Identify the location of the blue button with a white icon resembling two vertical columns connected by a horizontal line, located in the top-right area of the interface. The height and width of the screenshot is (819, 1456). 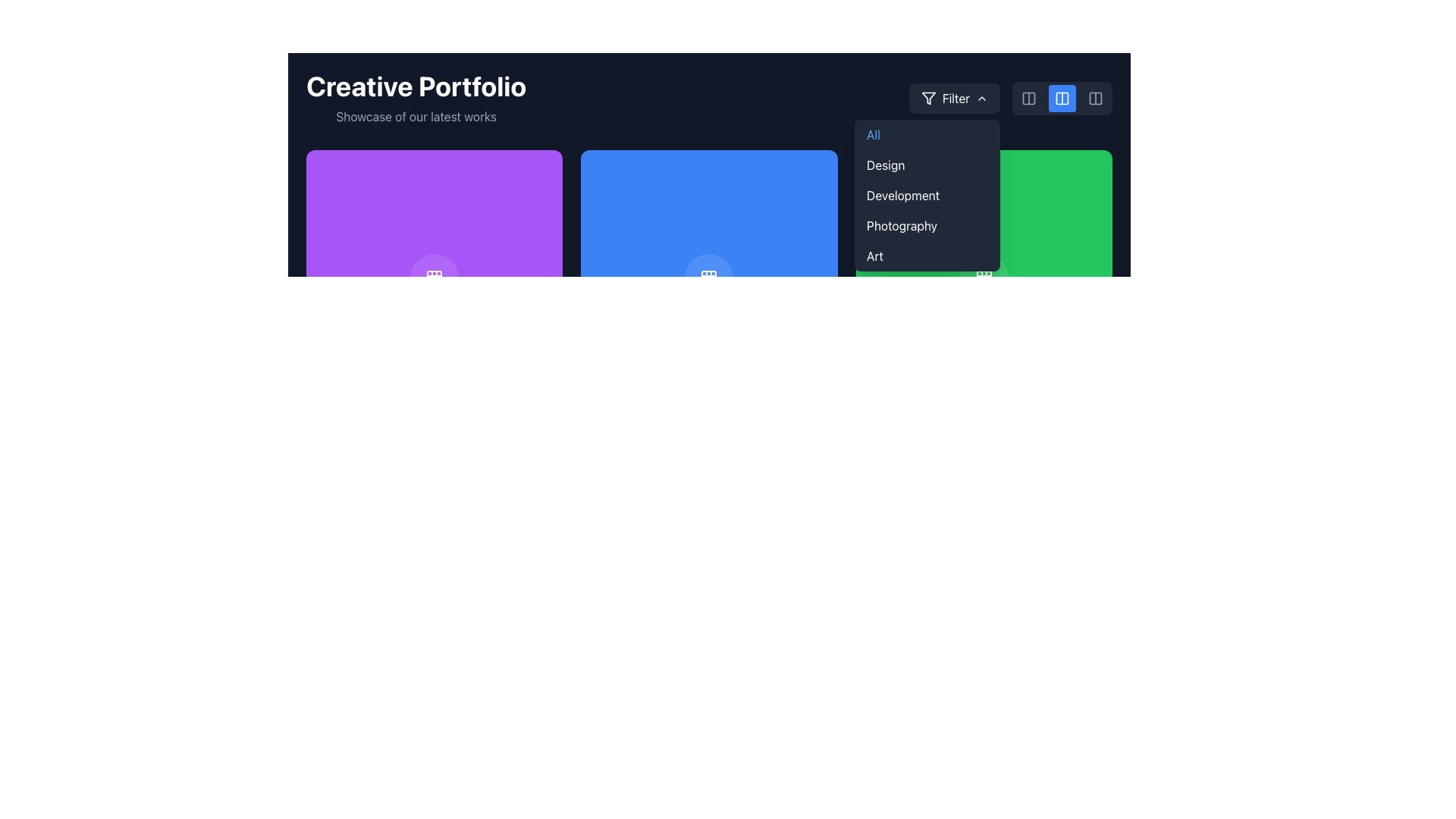
(1062, 99).